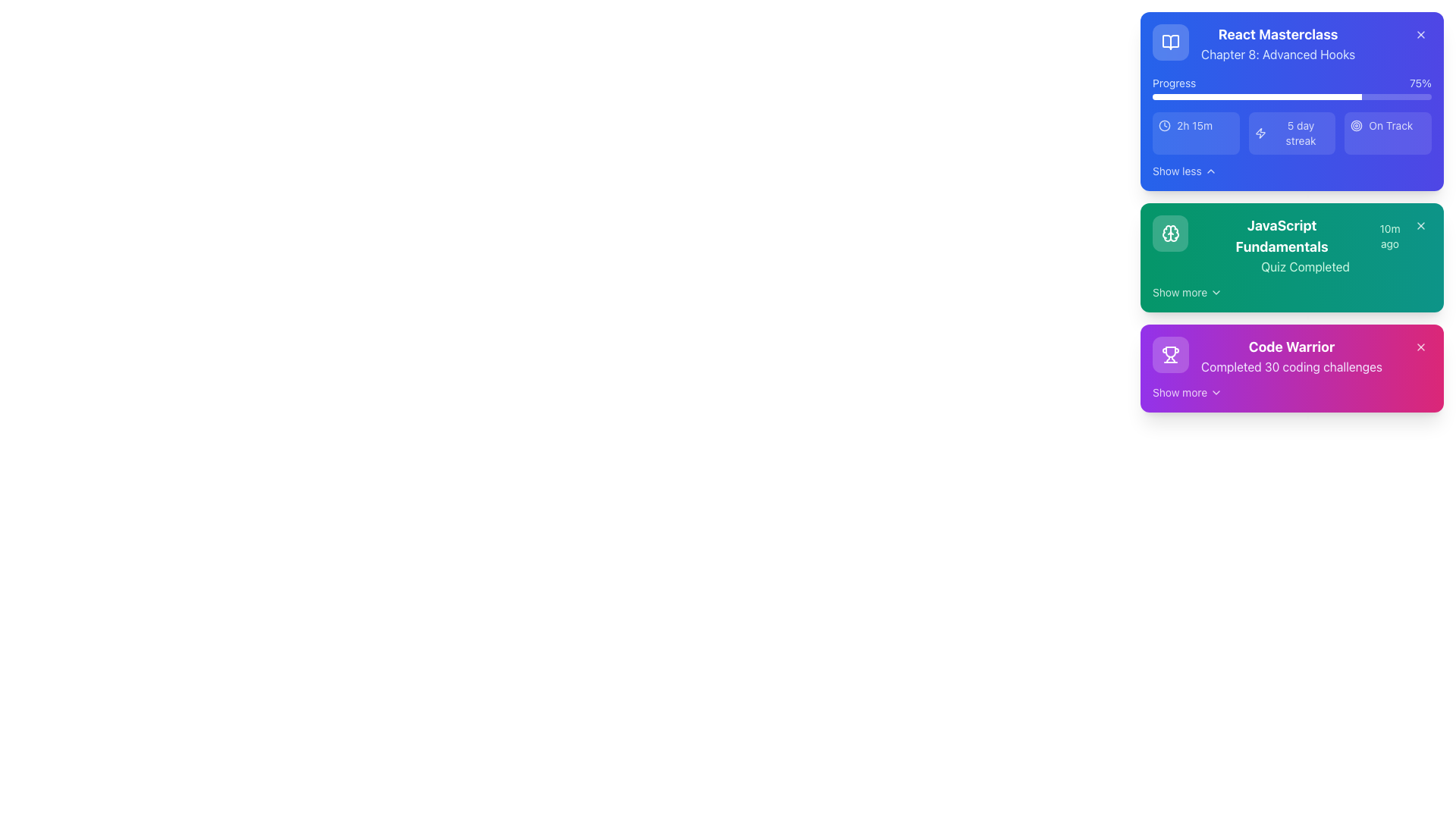  What do you see at coordinates (1195, 124) in the screenshot?
I see `the label with a clock icon that indicates '2h 15m'` at bounding box center [1195, 124].